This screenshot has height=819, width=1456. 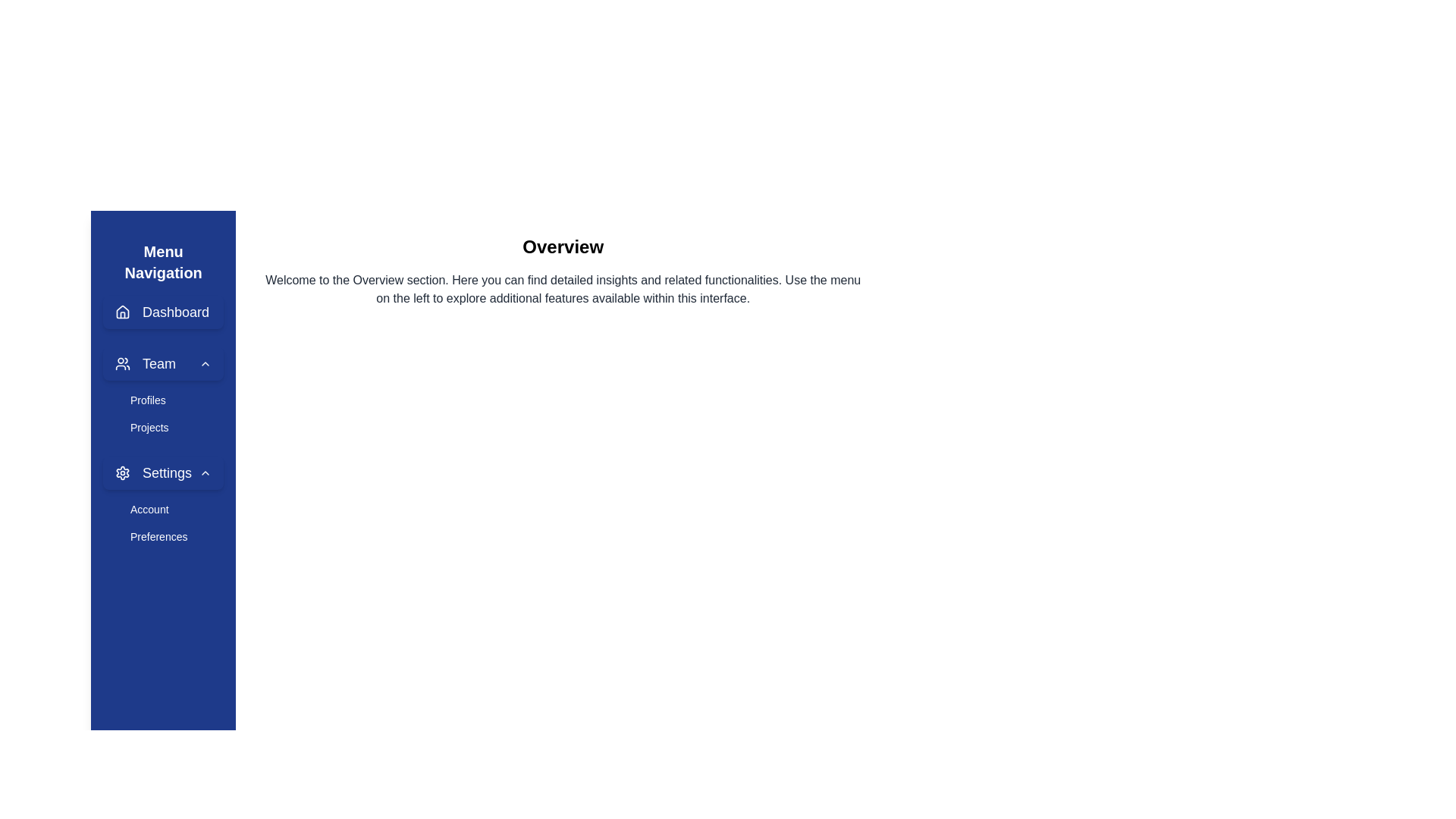 I want to click on the 'Team' icon located in the second item of the navigation menu on the left sidebar, so click(x=123, y=363).